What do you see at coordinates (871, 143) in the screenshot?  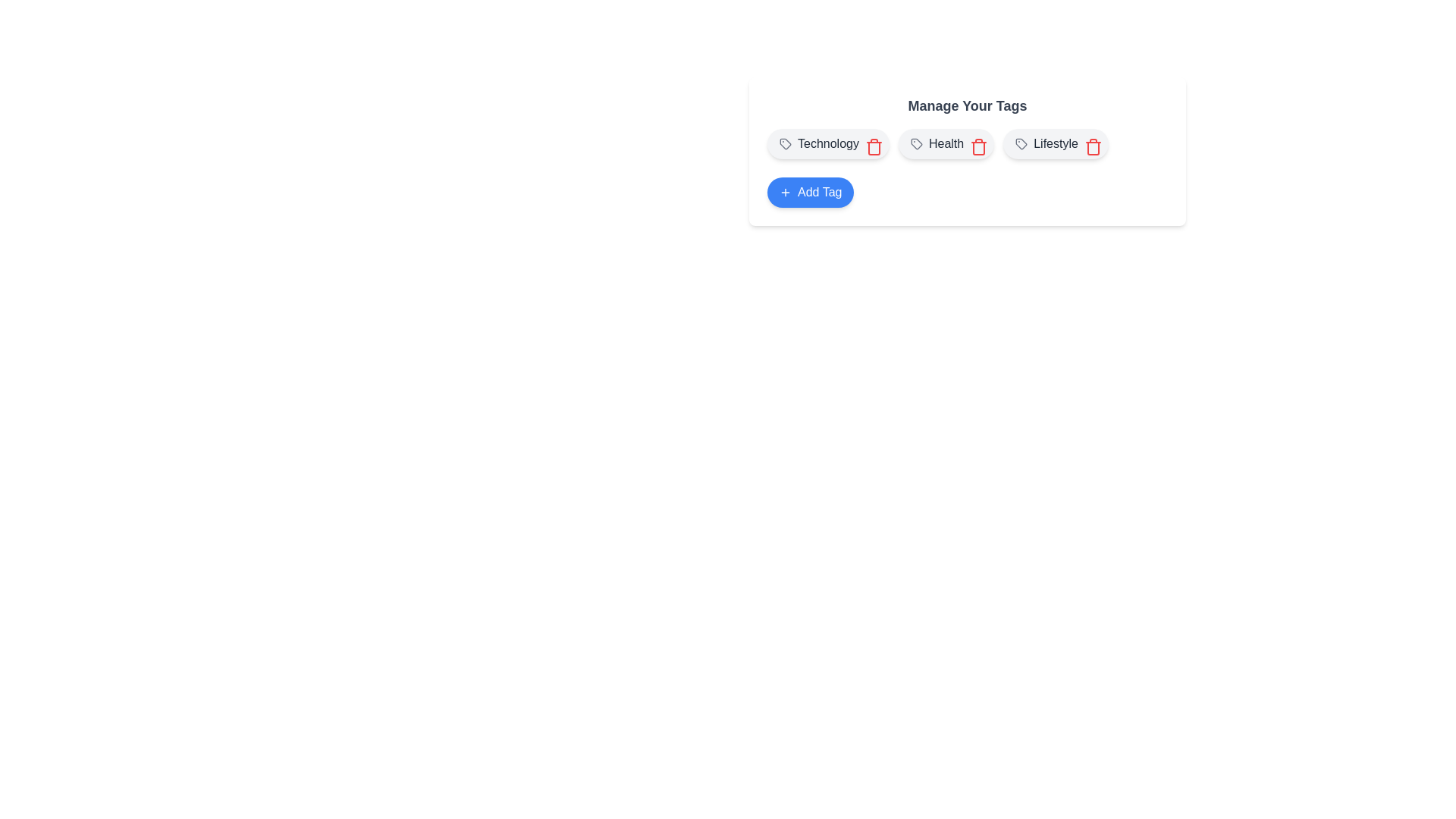 I see `the delete button for the tag labeled Technology` at bounding box center [871, 143].